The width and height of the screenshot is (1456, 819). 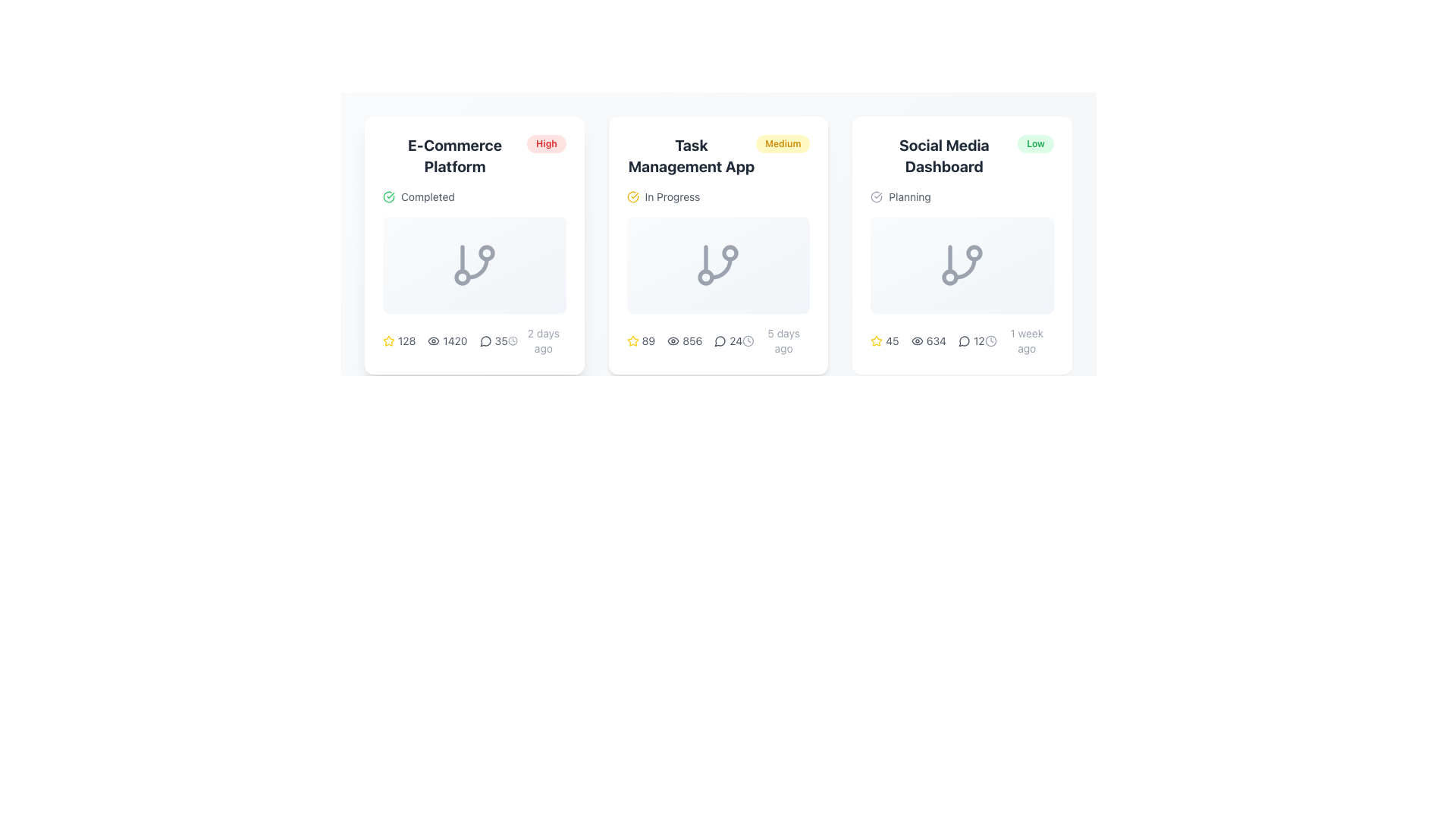 I want to click on the circular element within the clock icon, which is part of the Task Management App metrics section, located below the number of comments, so click(x=748, y=341).